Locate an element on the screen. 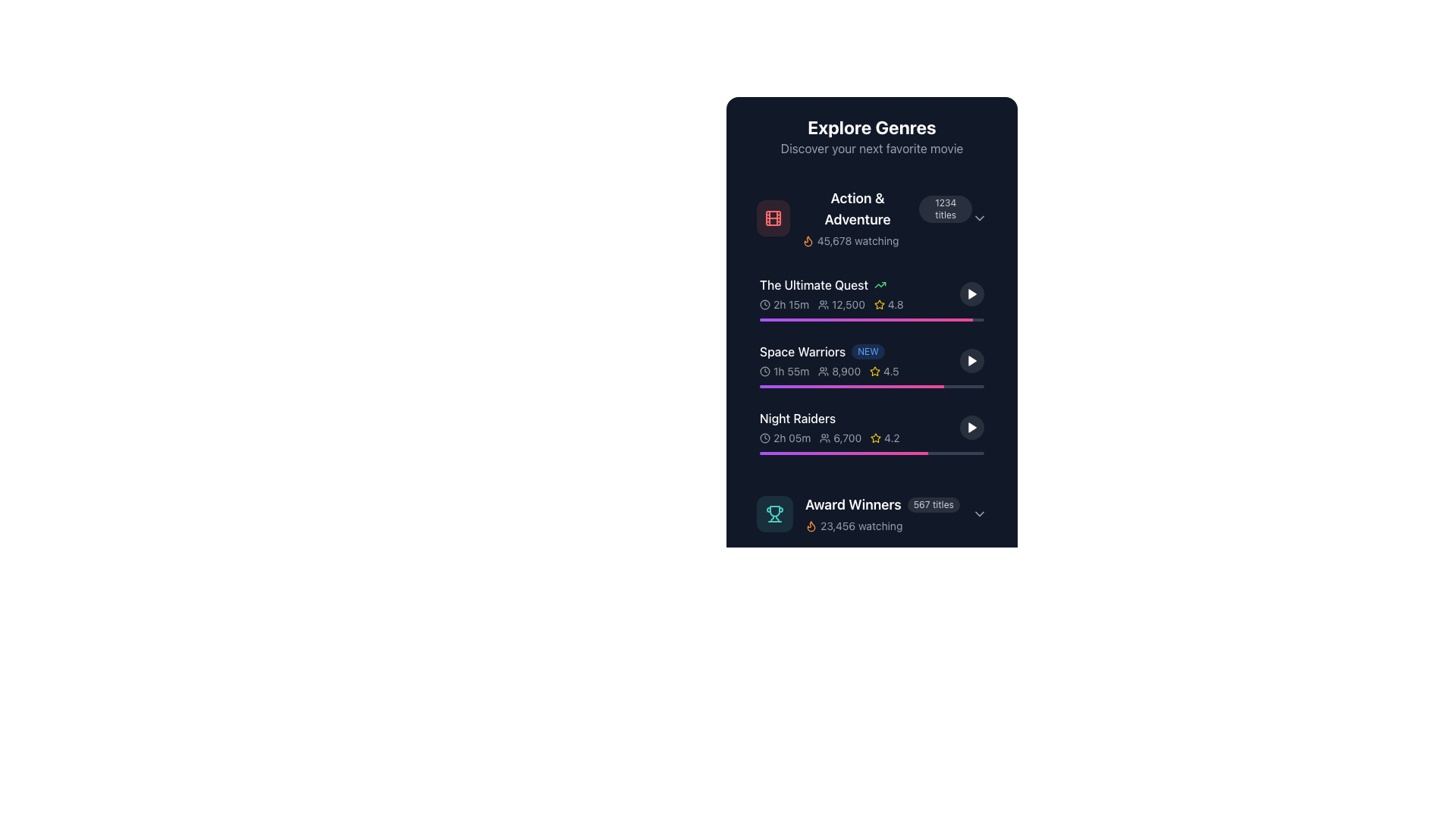 Image resolution: width=1456 pixels, height=819 pixels. the play button icon located on the right side of the 'Night Raiders' list entry is located at coordinates (971, 427).